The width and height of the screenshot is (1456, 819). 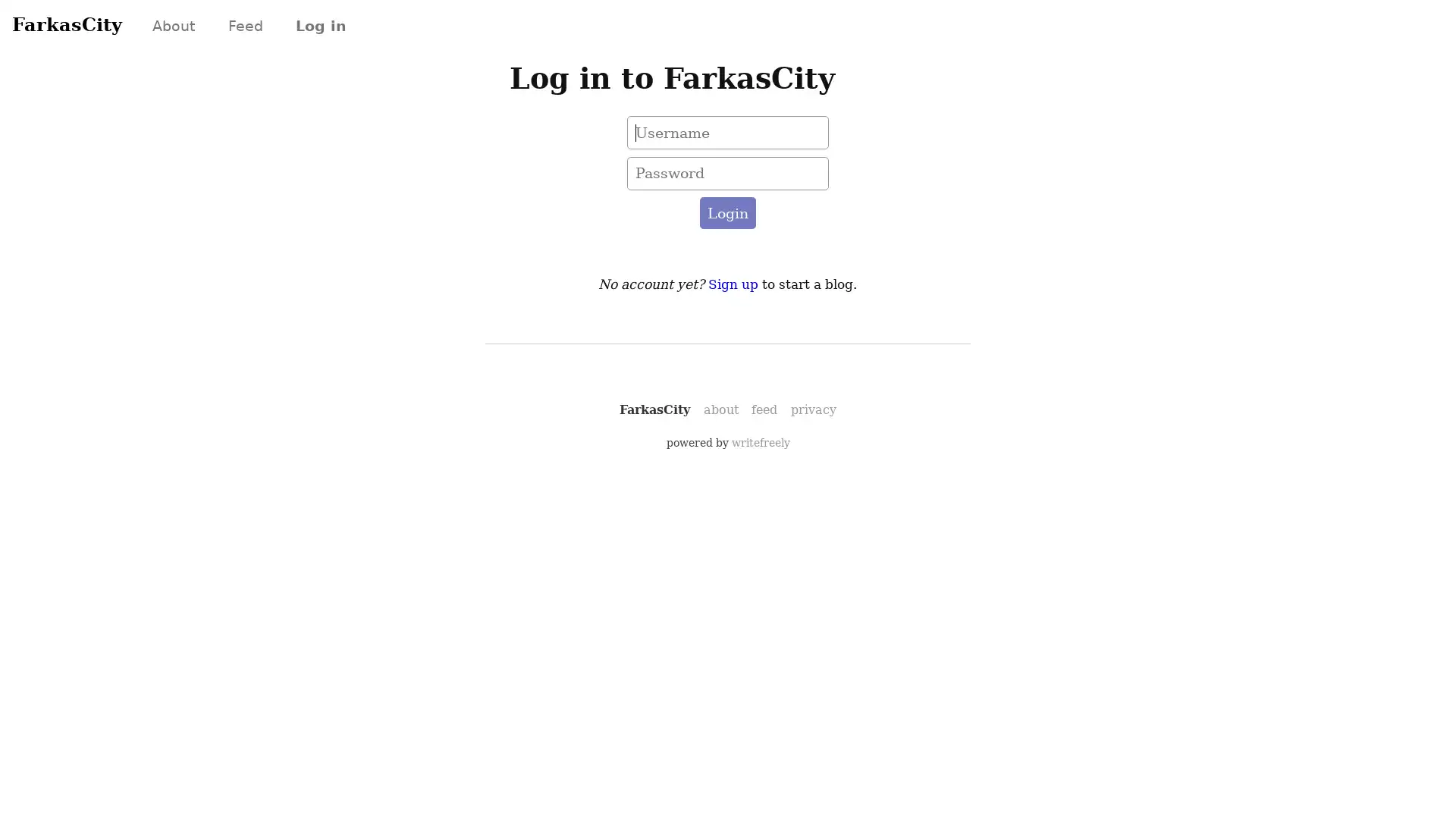 What do you see at coordinates (726, 213) in the screenshot?
I see `Login` at bounding box center [726, 213].